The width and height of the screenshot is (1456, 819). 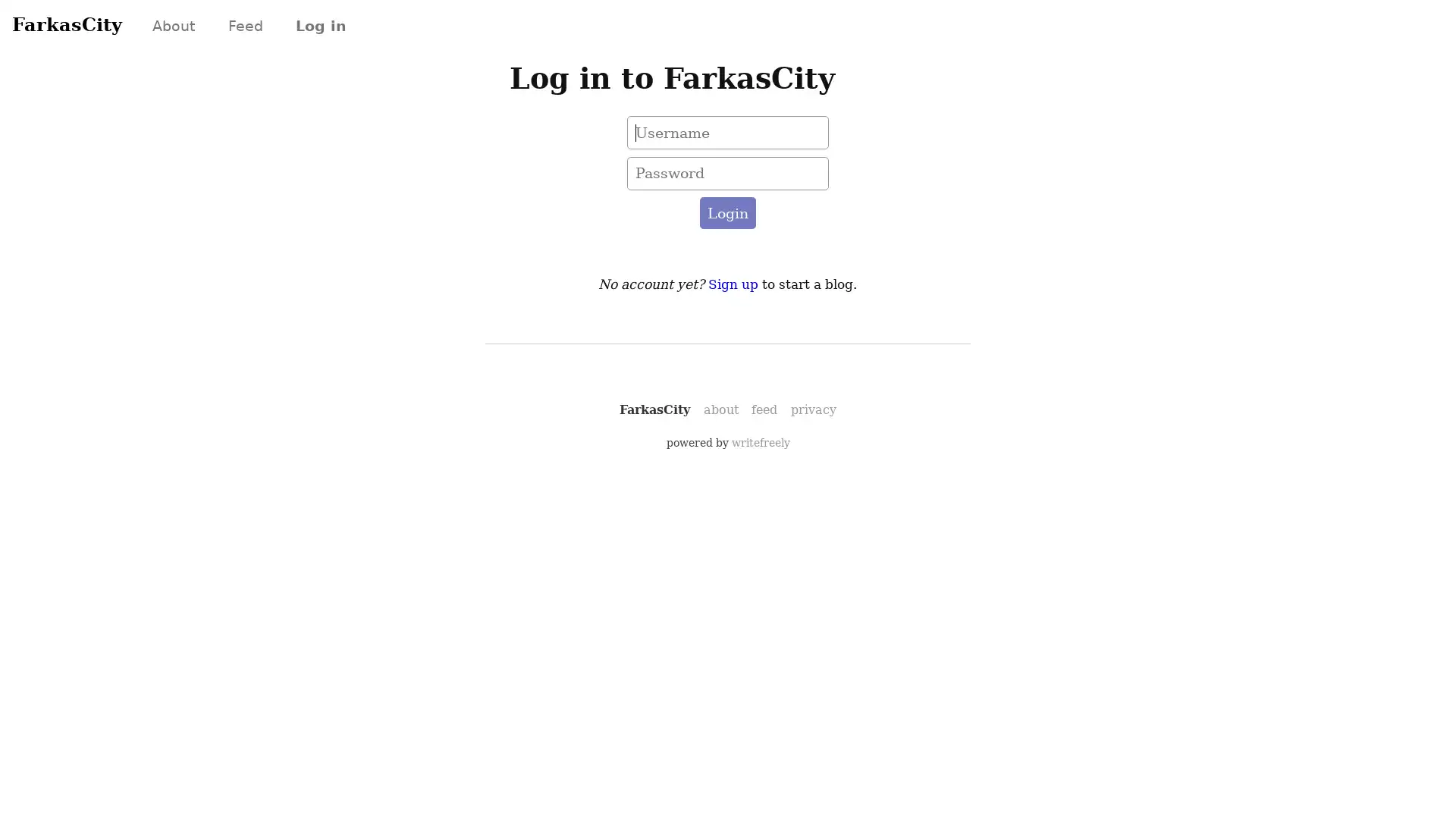 What do you see at coordinates (726, 213) in the screenshot?
I see `Login` at bounding box center [726, 213].